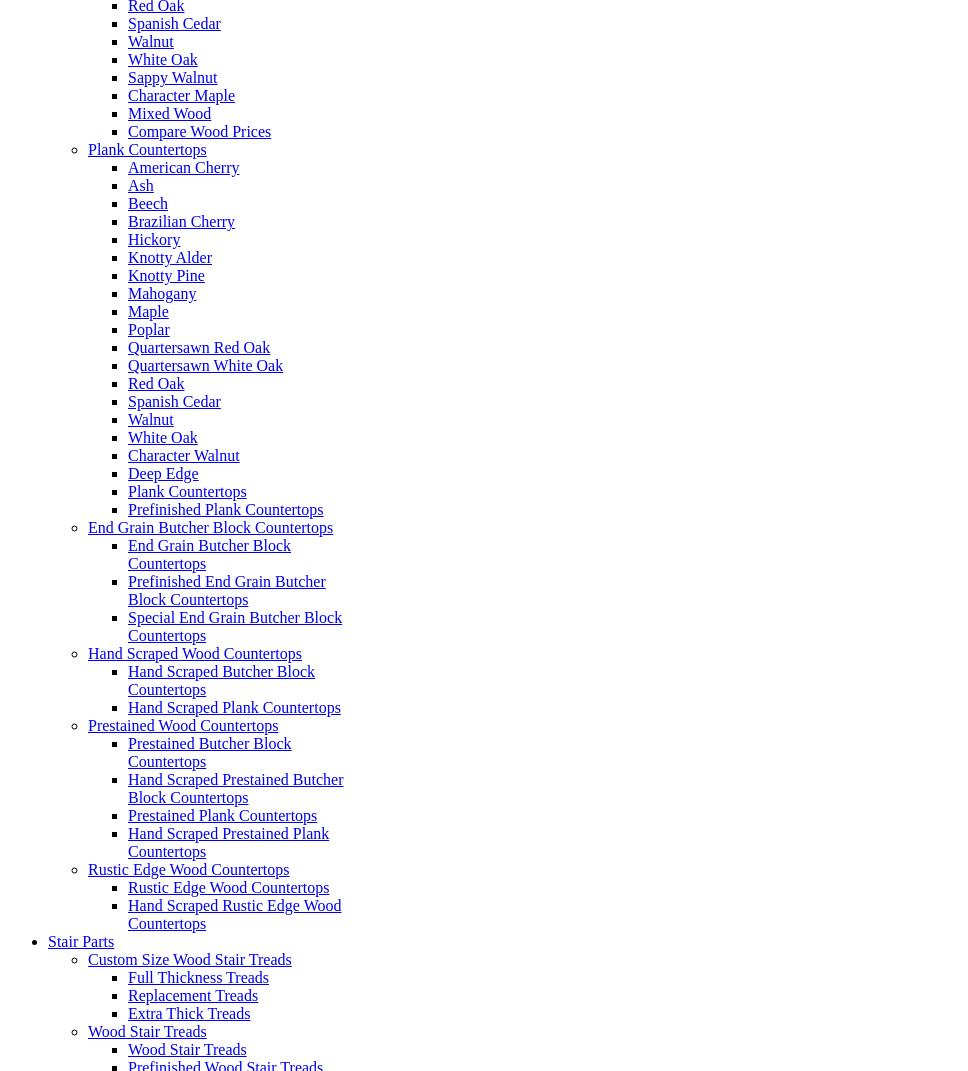 The width and height of the screenshot is (968, 1071). I want to click on 'Prefinished End Grain Butcher Block Countertops', so click(225, 590).